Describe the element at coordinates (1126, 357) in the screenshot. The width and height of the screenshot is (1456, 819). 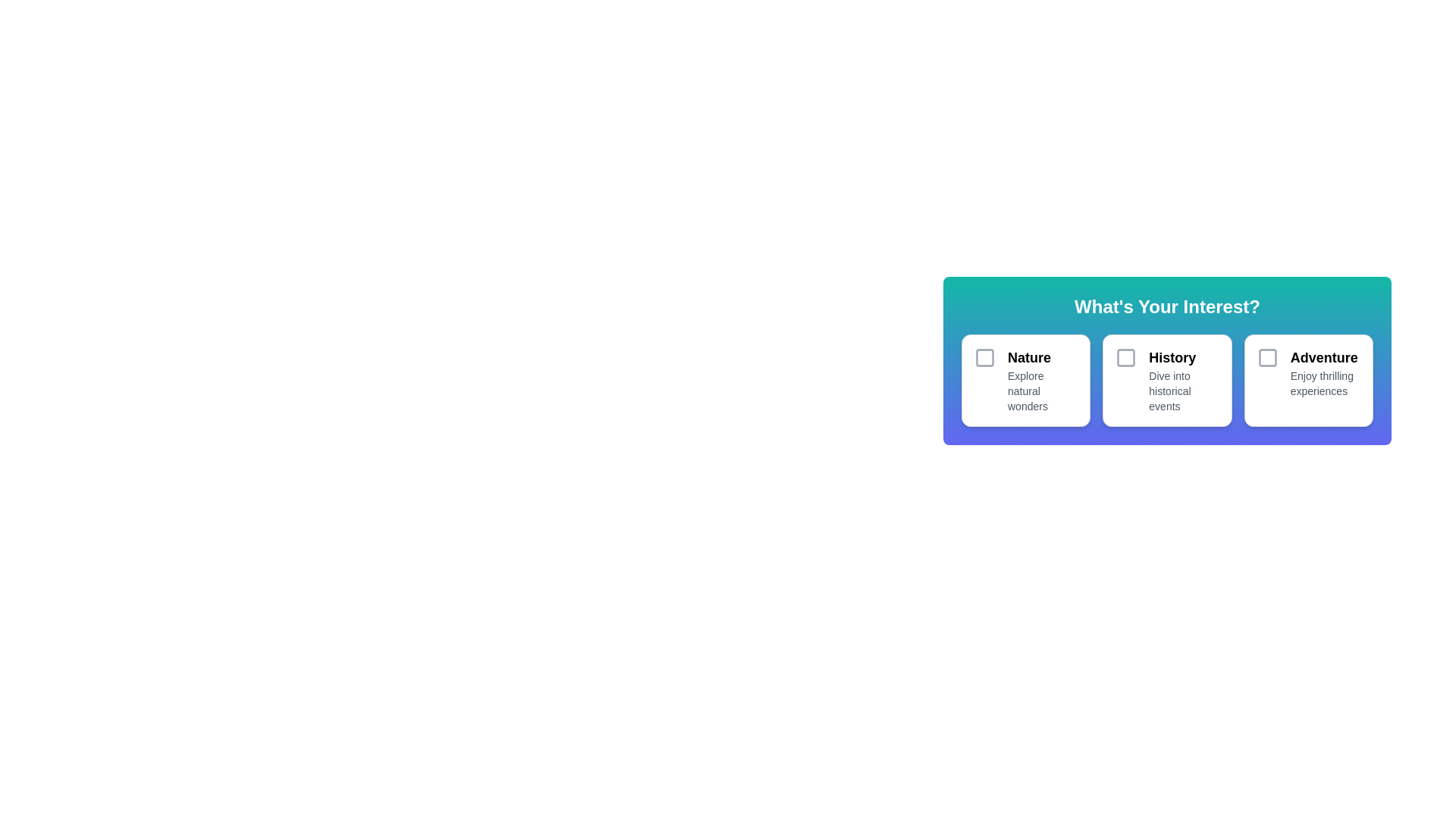
I see `the checkbox associated with the 'History' selection to possibly see a tooltip` at that location.